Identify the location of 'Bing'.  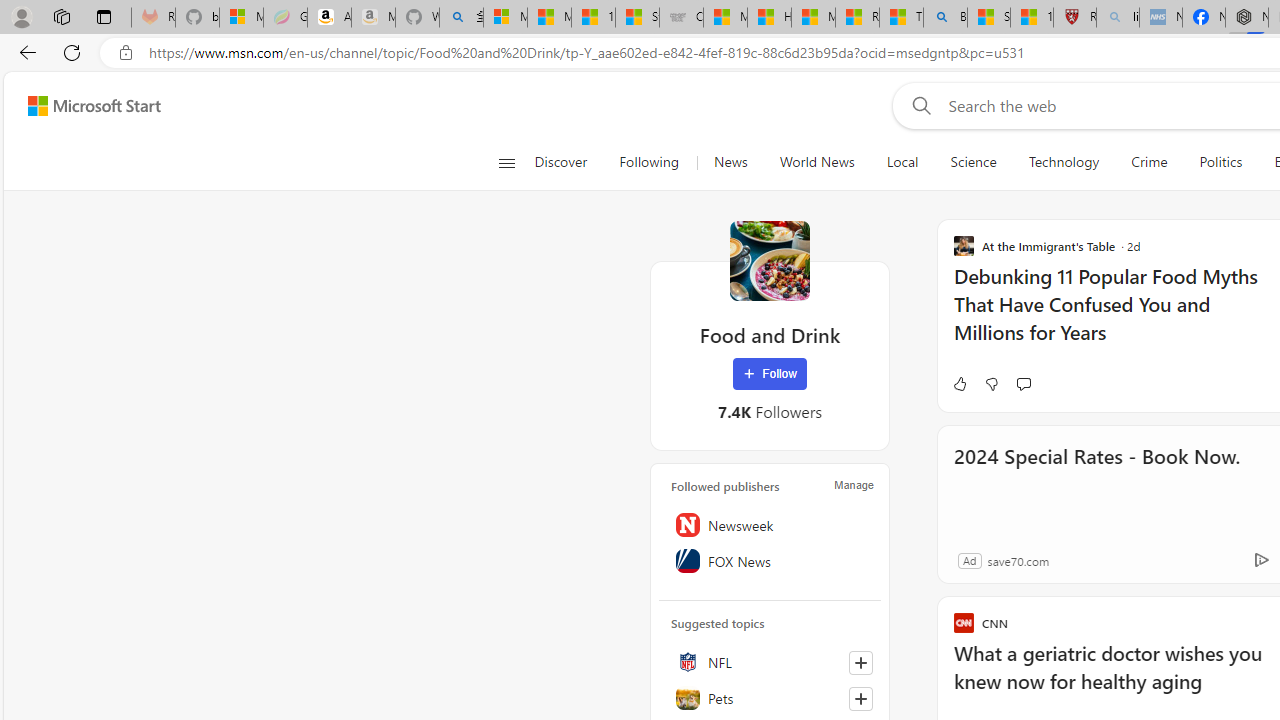
(944, 17).